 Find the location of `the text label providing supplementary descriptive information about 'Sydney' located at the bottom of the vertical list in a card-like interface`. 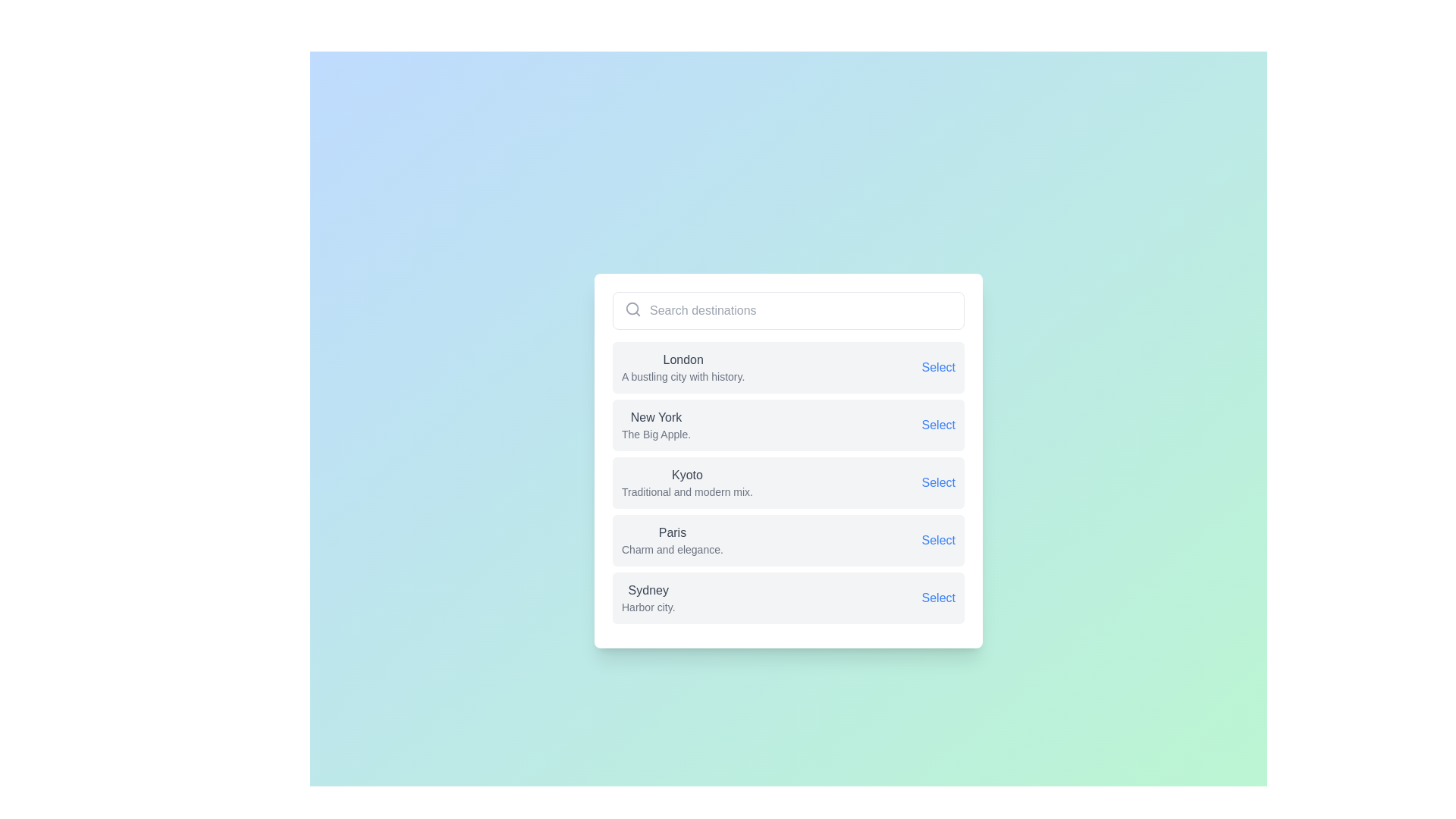

the text label providing supplementary descriptive information about 'Sydney' located at the bottom of the vertical list in a card-like interface is located at coordinates (648, 607).